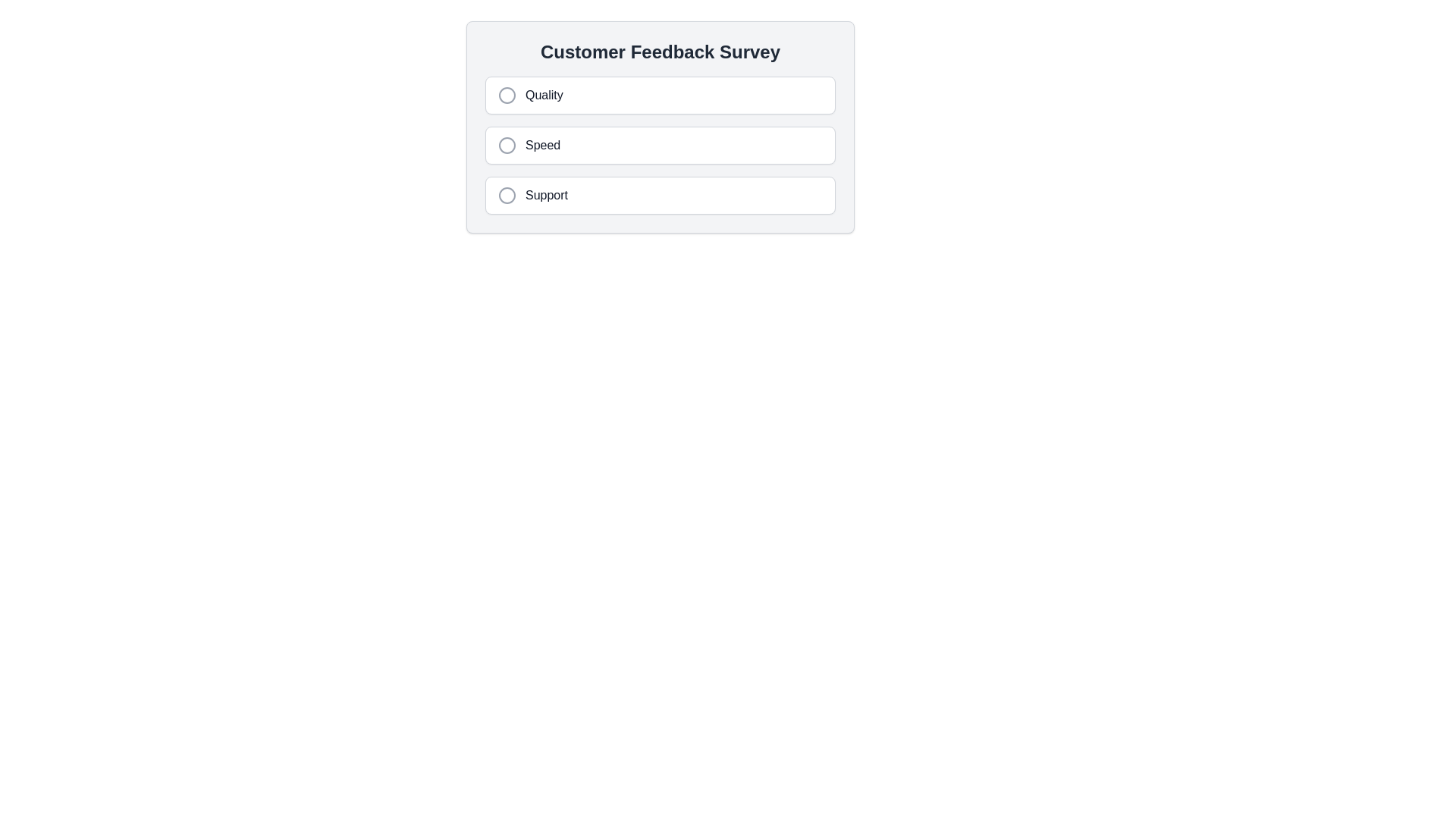 The width and height of the screenshot is (1456, 819). Describe the element at coordinates (544, 96) in the screenshot. I see `the 'Quality' text label in the survey form, which is positioned to the right of the corresponding radio button in the first row of options` at that location.